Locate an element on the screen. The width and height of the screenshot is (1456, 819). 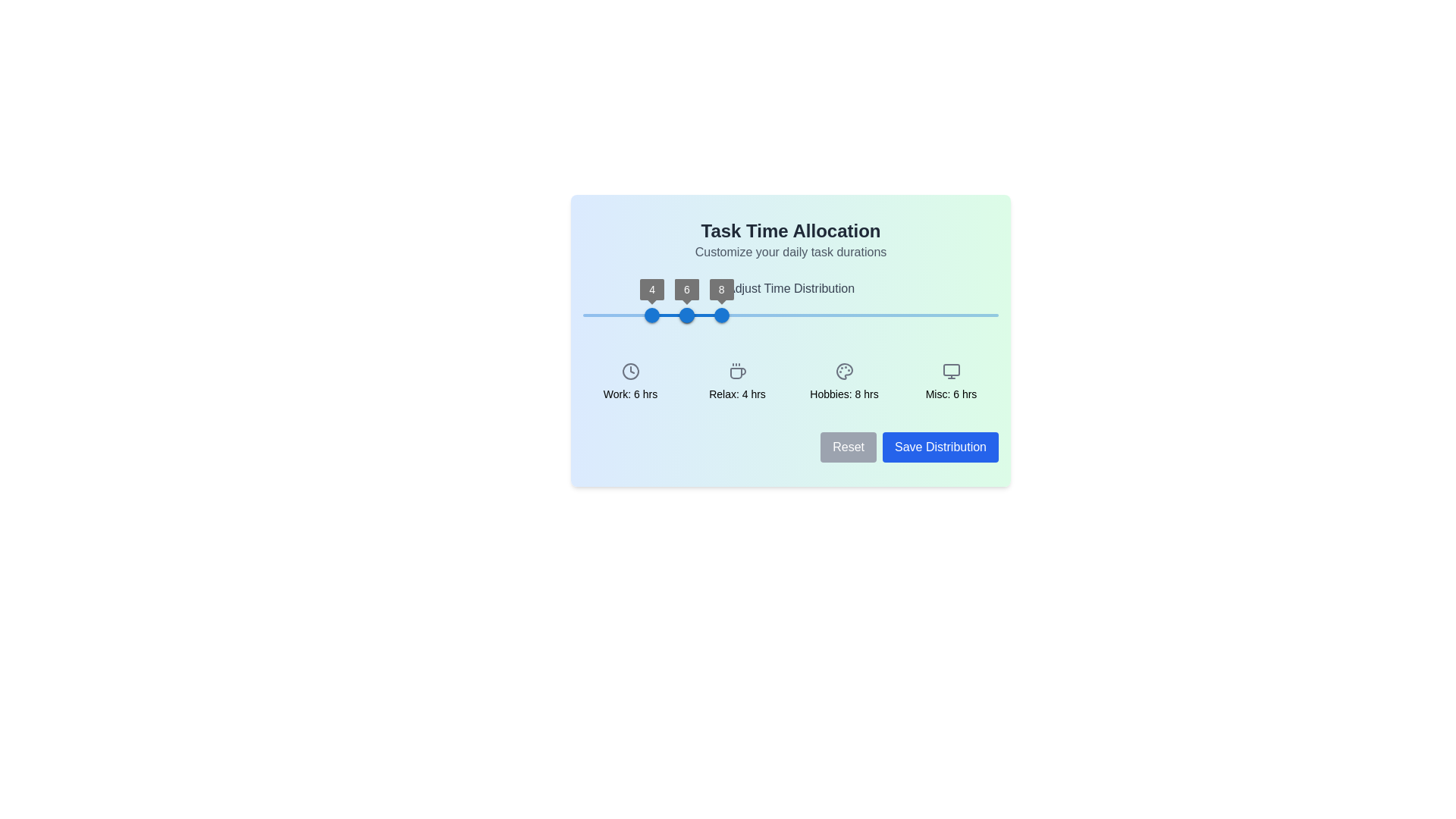
the text label displaying 'Task Time Allocation', which is bold and extra-large, located at the top center of the section is located at coordinates (789, 231).